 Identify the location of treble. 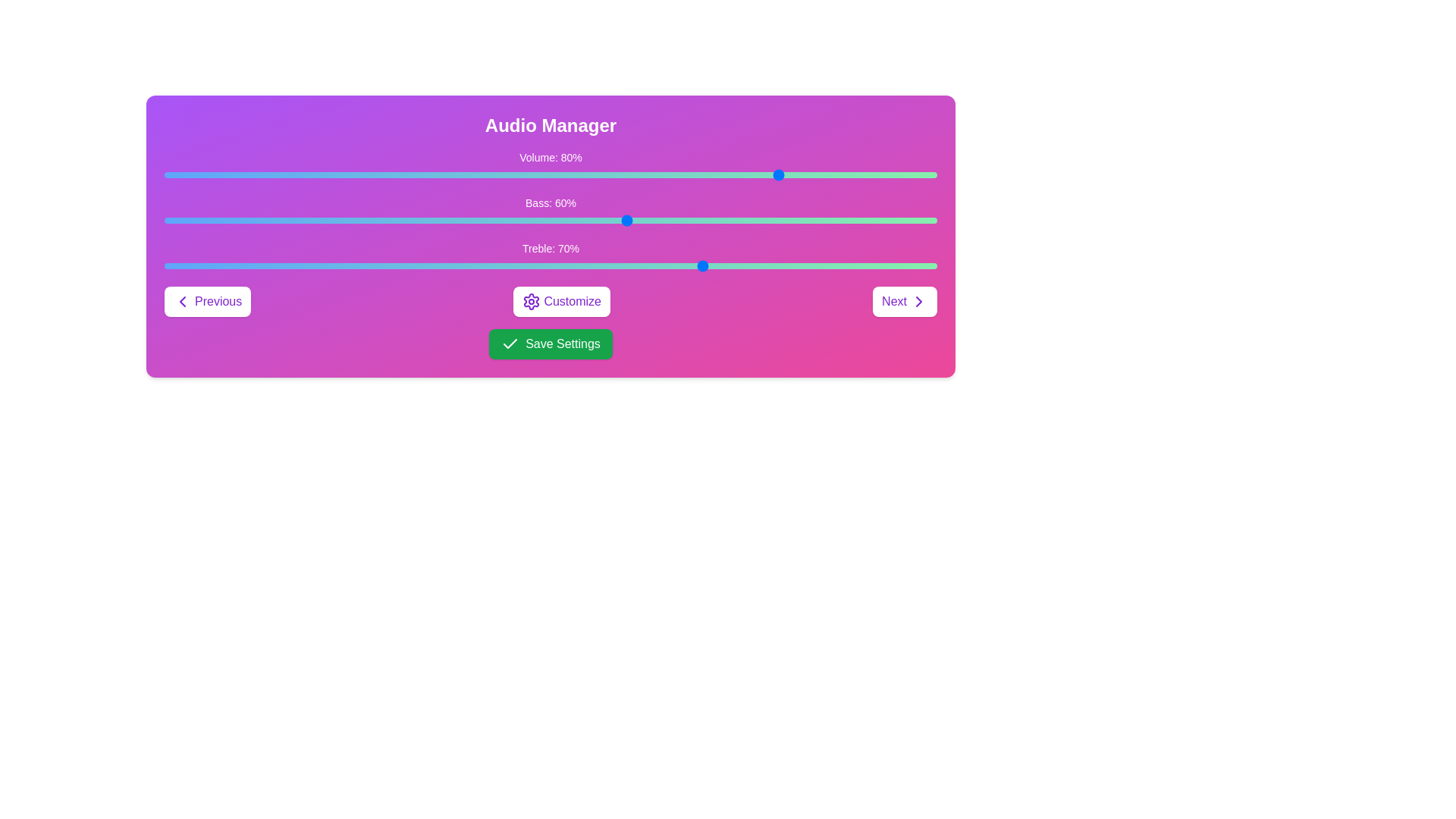
(272, 265).